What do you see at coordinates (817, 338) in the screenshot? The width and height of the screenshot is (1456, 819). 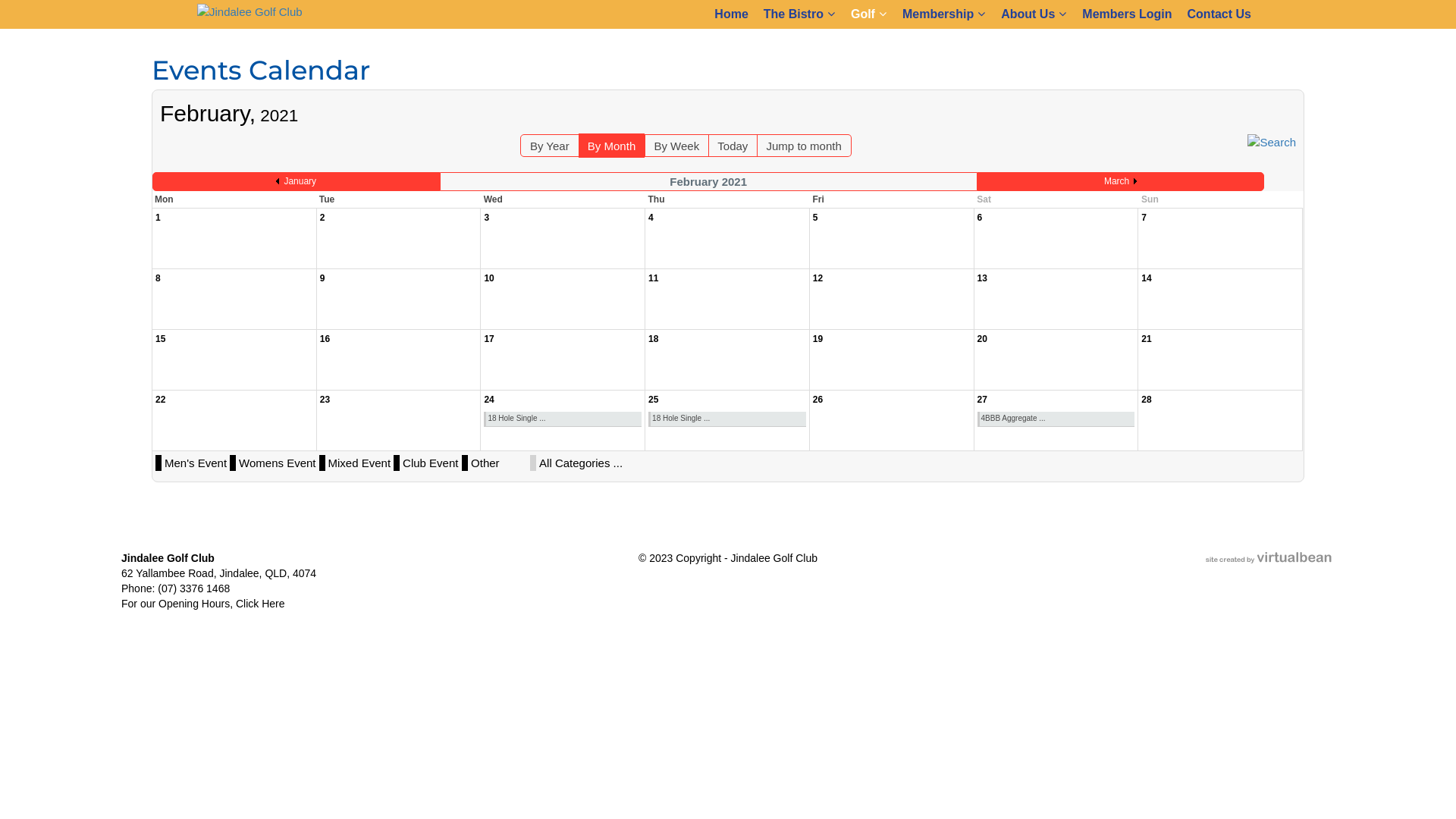 I see `'19'` at bounding box center [817, 338].